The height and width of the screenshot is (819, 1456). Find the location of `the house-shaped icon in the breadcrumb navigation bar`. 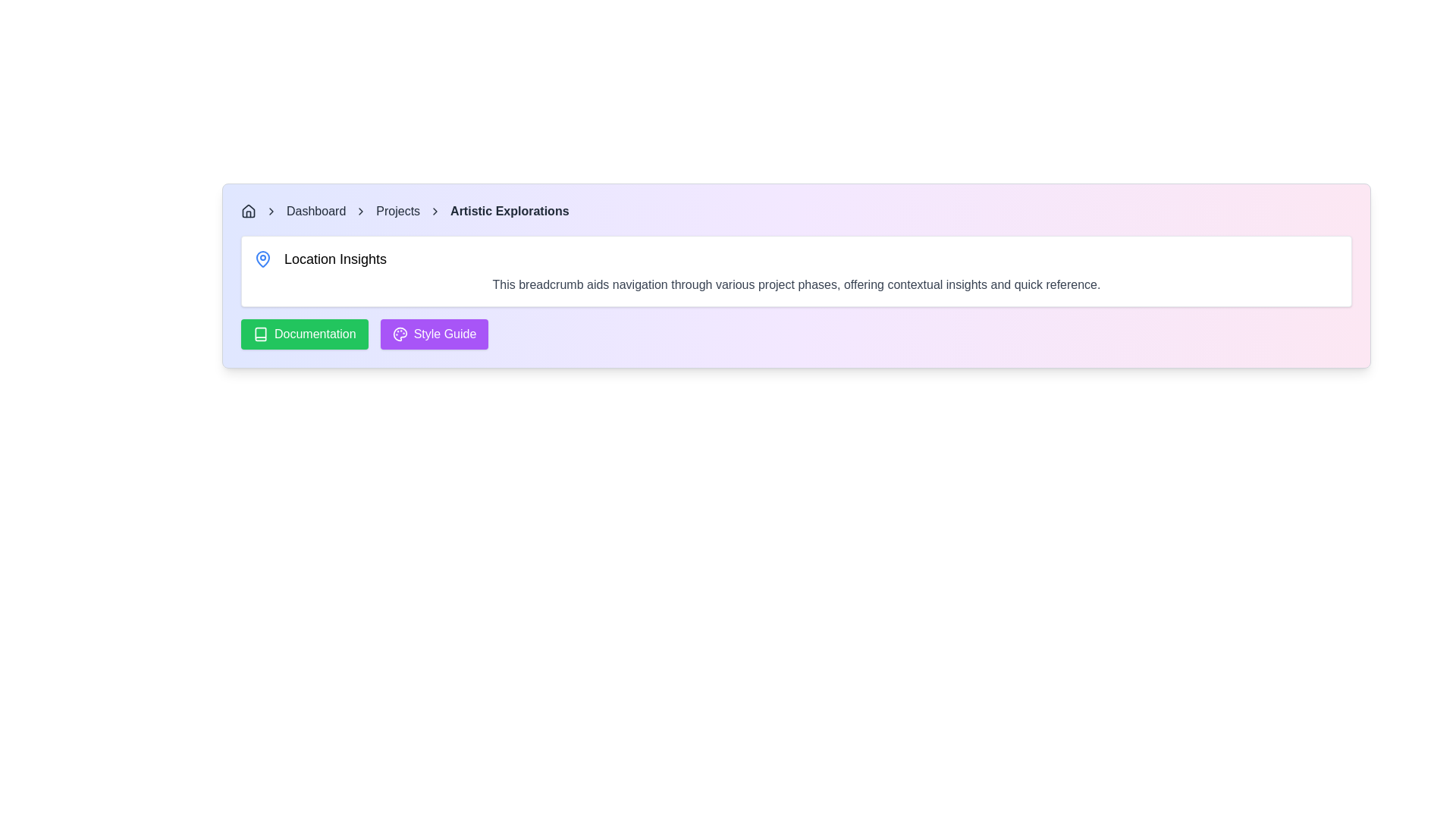

the house-shaped icon in the breadcrumb navigation bar is located at coordinates (248, 210).